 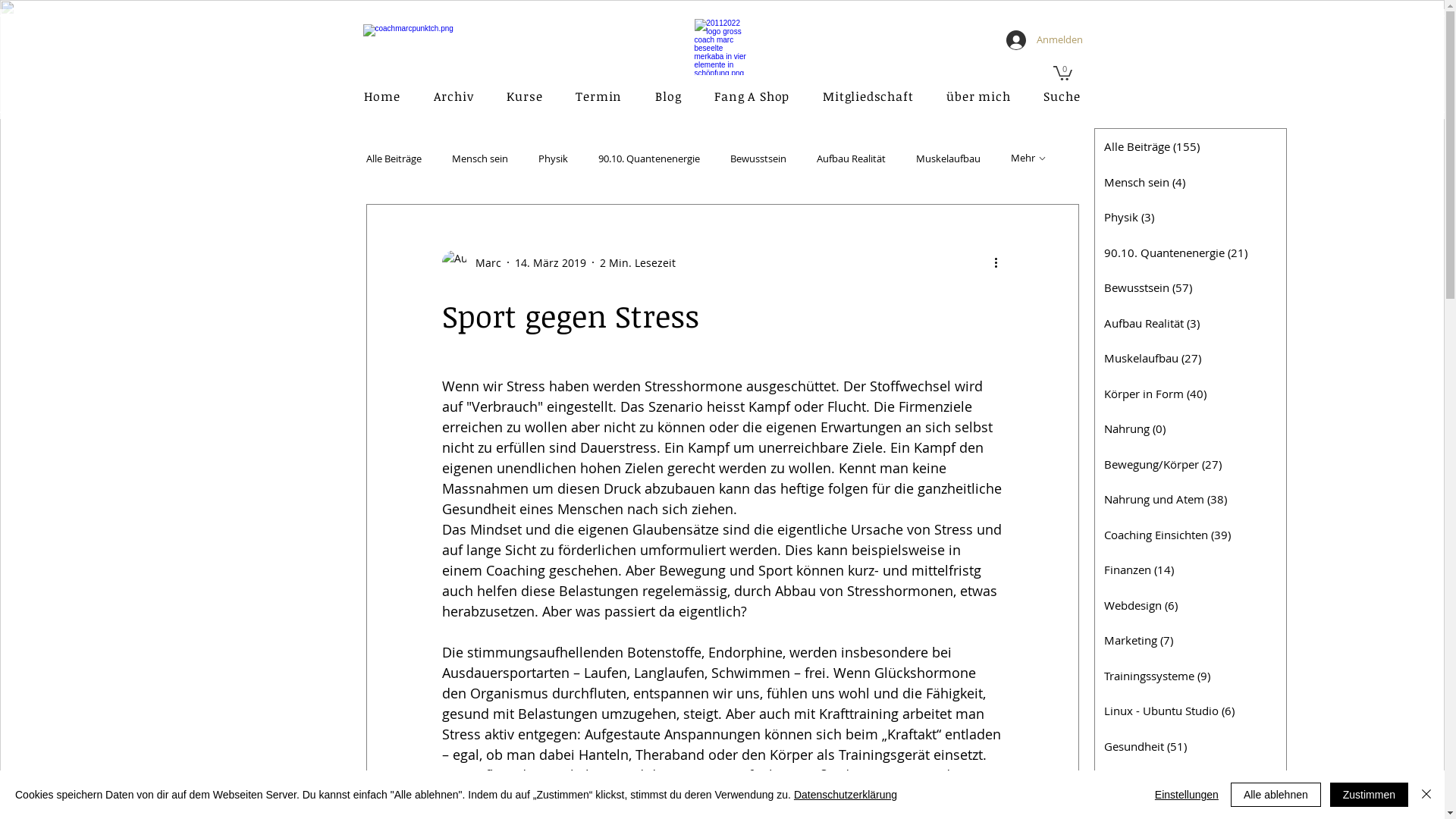 I want to click on 'Home', so click(x=349, y=96).